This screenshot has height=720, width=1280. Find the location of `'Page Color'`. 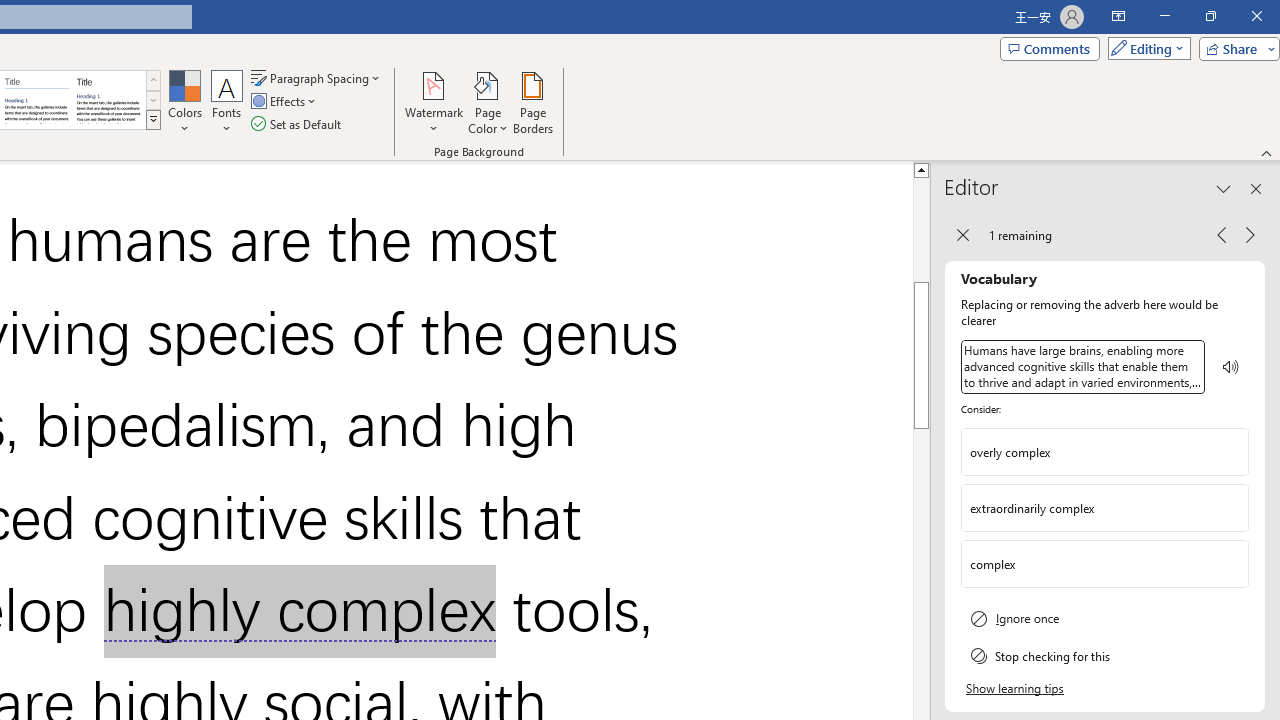

'Page Color' is located at coordinates (488, 103).